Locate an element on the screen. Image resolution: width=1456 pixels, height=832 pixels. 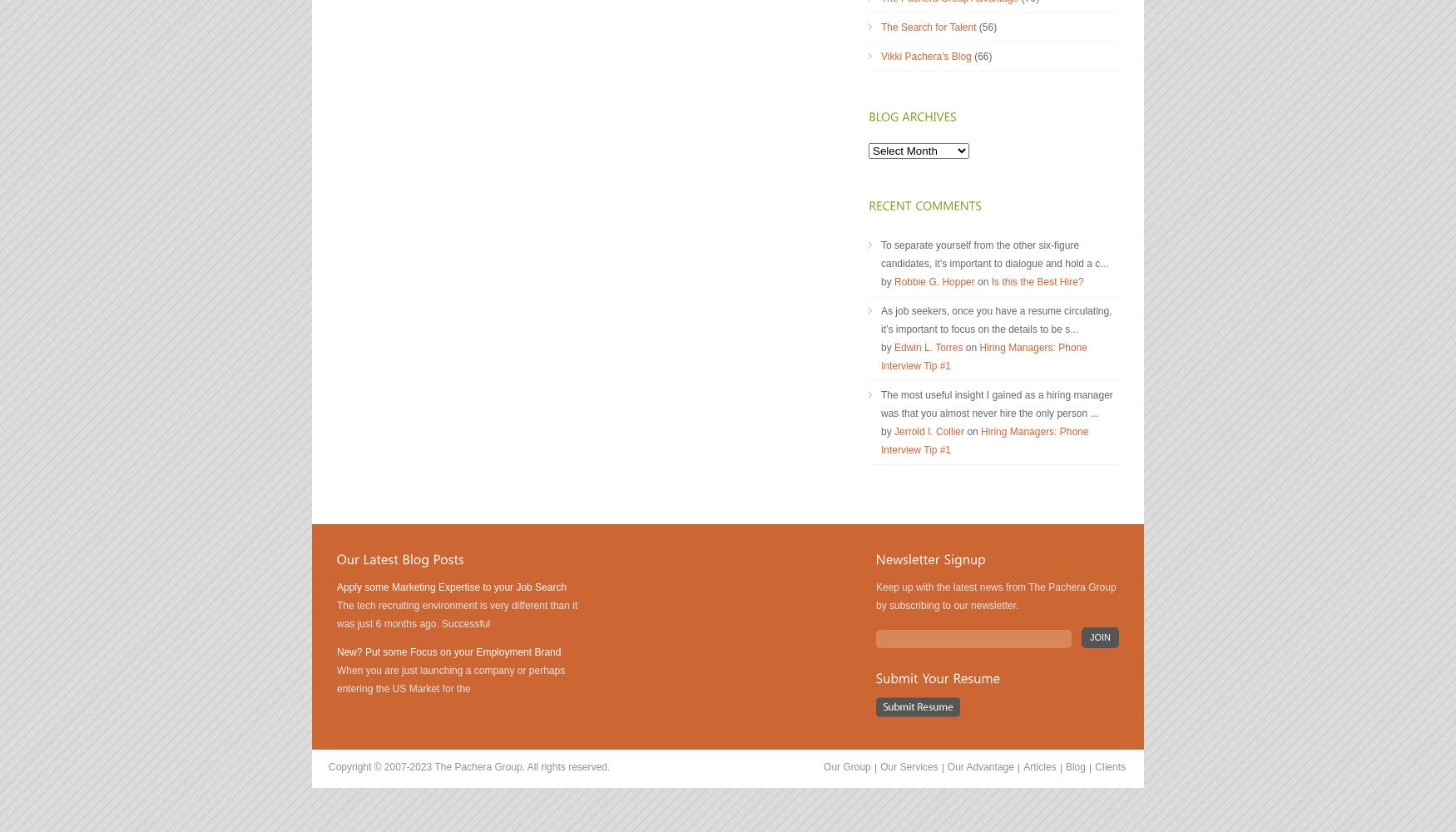
'Our Group' is located at coordinates (845, 767).